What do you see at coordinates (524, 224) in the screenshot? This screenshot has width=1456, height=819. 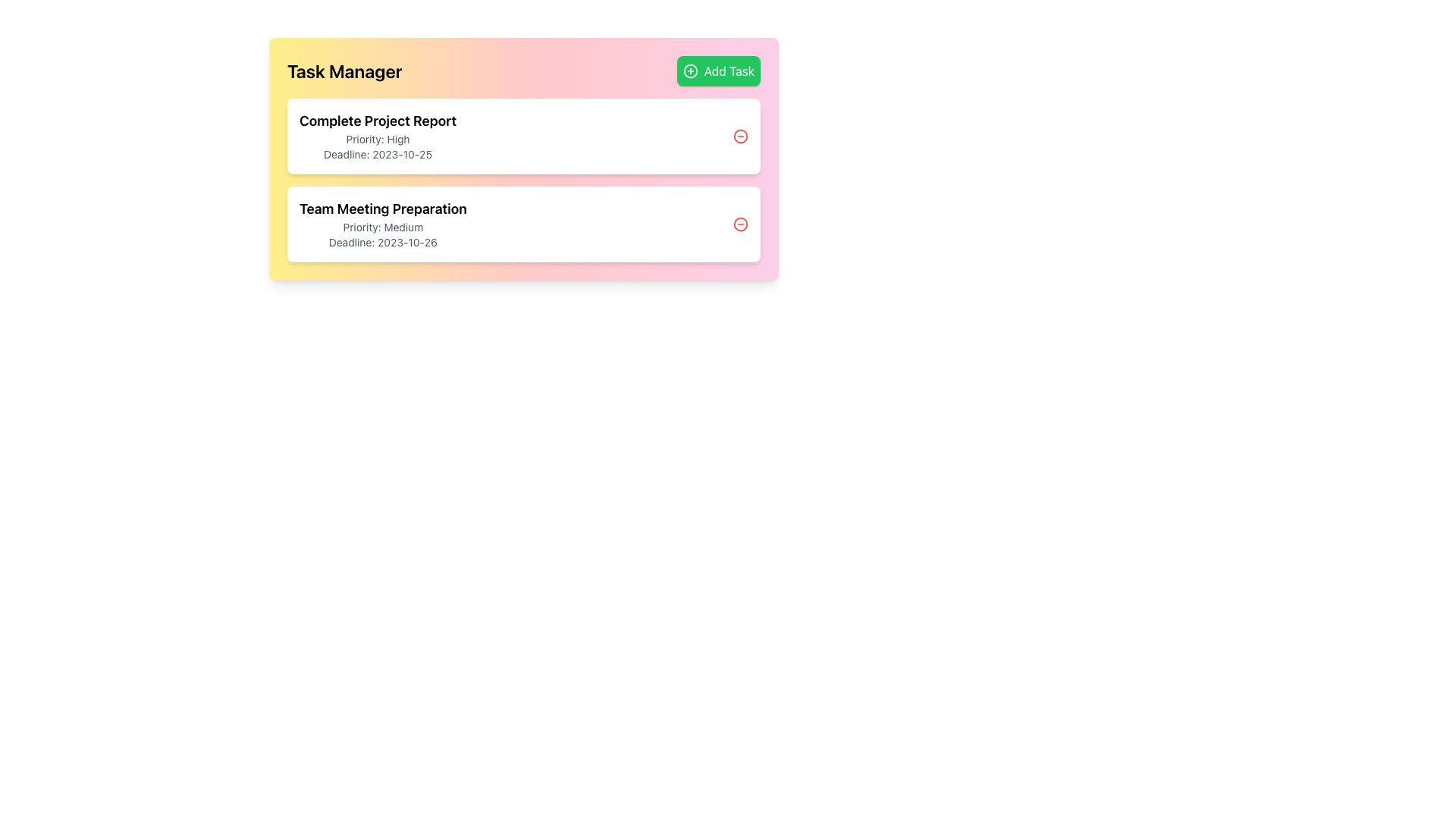 I see `the circular button associated with the second Task Card in the task manager application` at bounding box center [524, 224].